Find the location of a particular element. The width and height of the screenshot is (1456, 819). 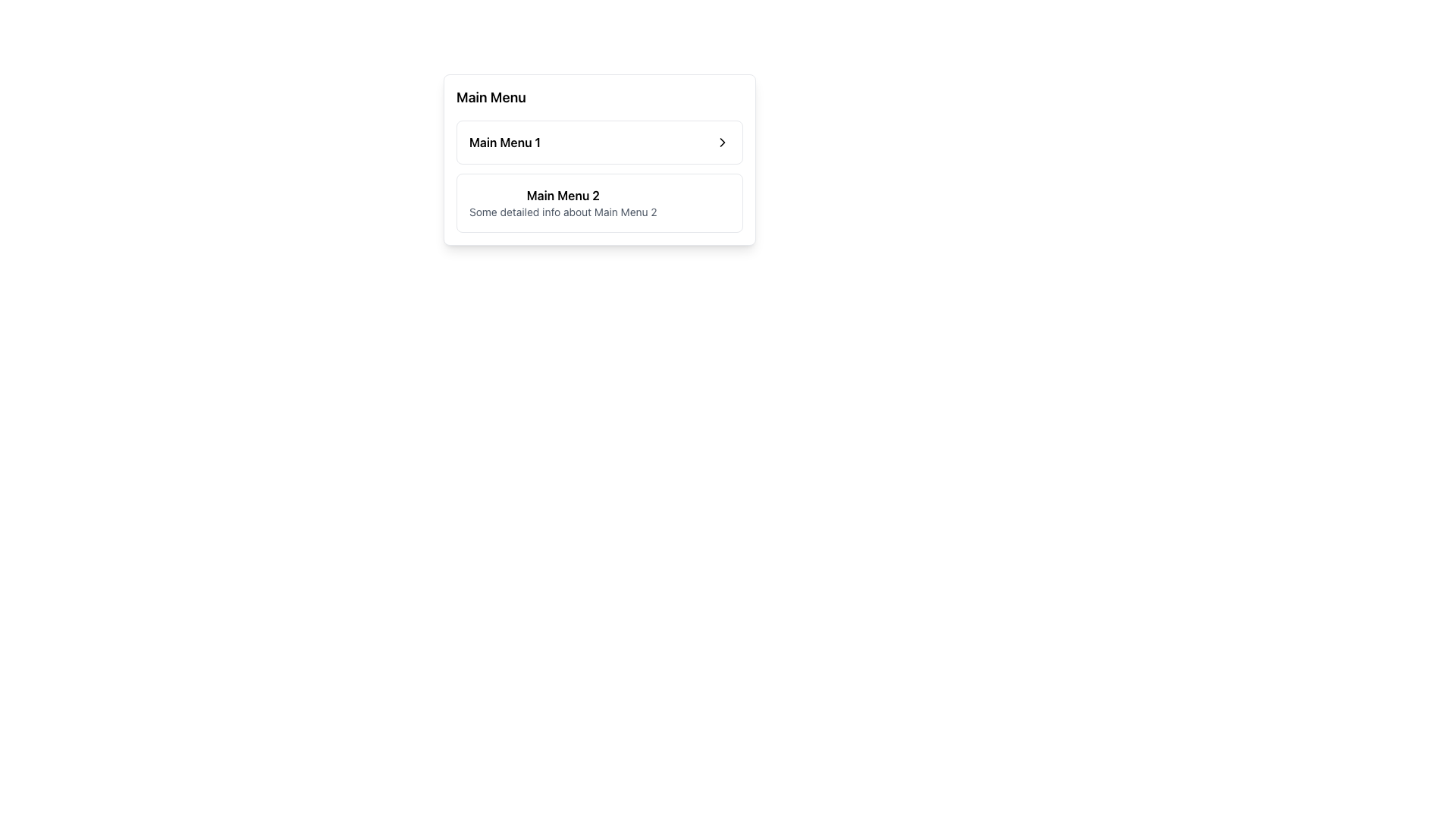

the rightward-pointing chevron icon within the 'Main Menu 1' list item, which is styled in a minimalistic design and has a black stroke color is located at coordinates (722, 143).